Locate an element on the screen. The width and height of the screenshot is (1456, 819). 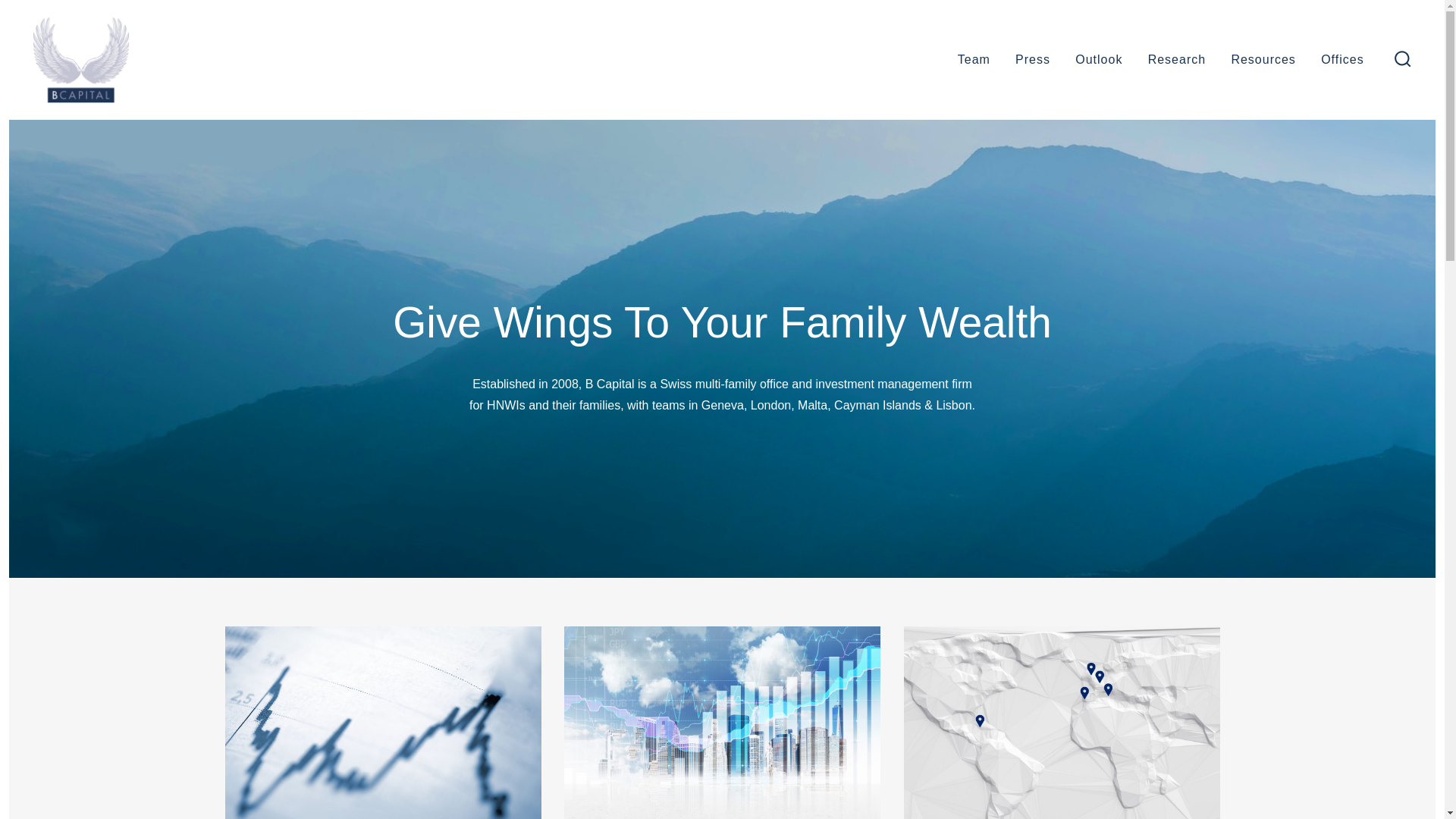
'search toggle' is located at coordinates (1385, 59).